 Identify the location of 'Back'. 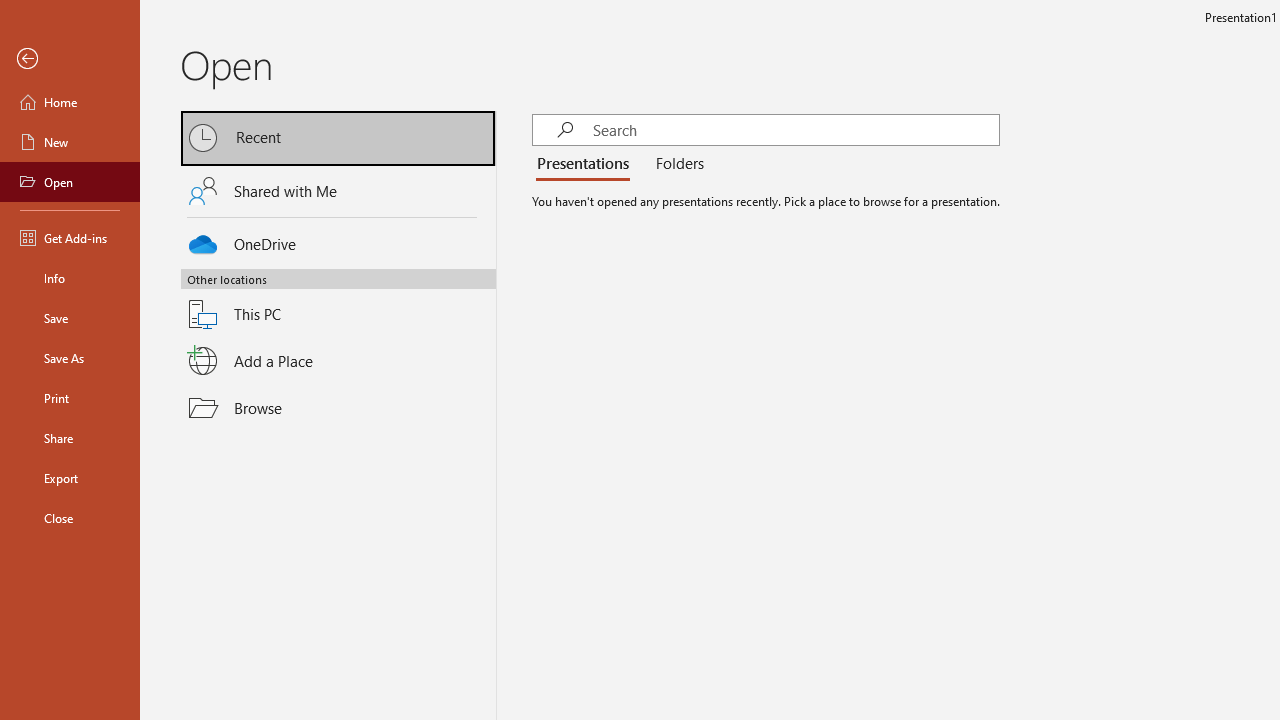
(69, 58).